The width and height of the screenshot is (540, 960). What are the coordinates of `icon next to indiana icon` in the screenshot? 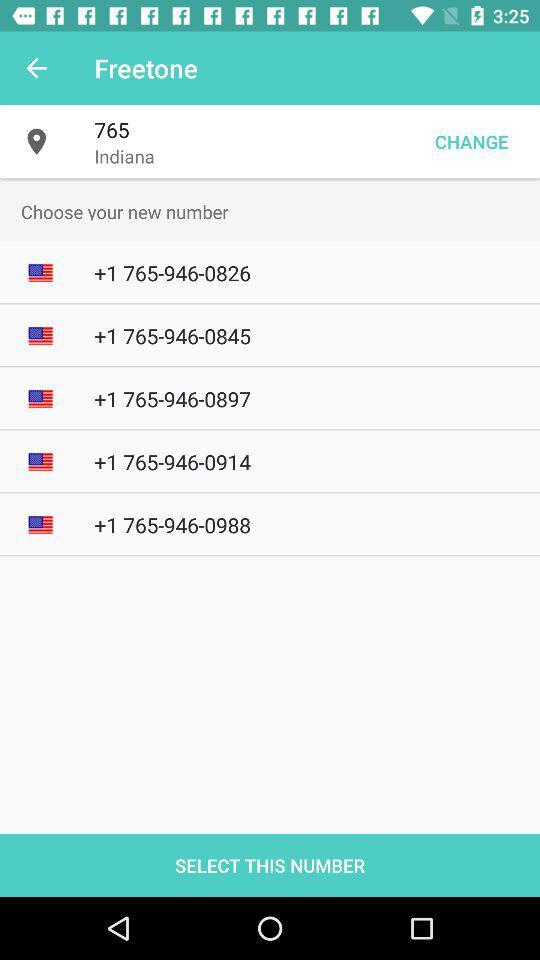 It's located at (471, 140).